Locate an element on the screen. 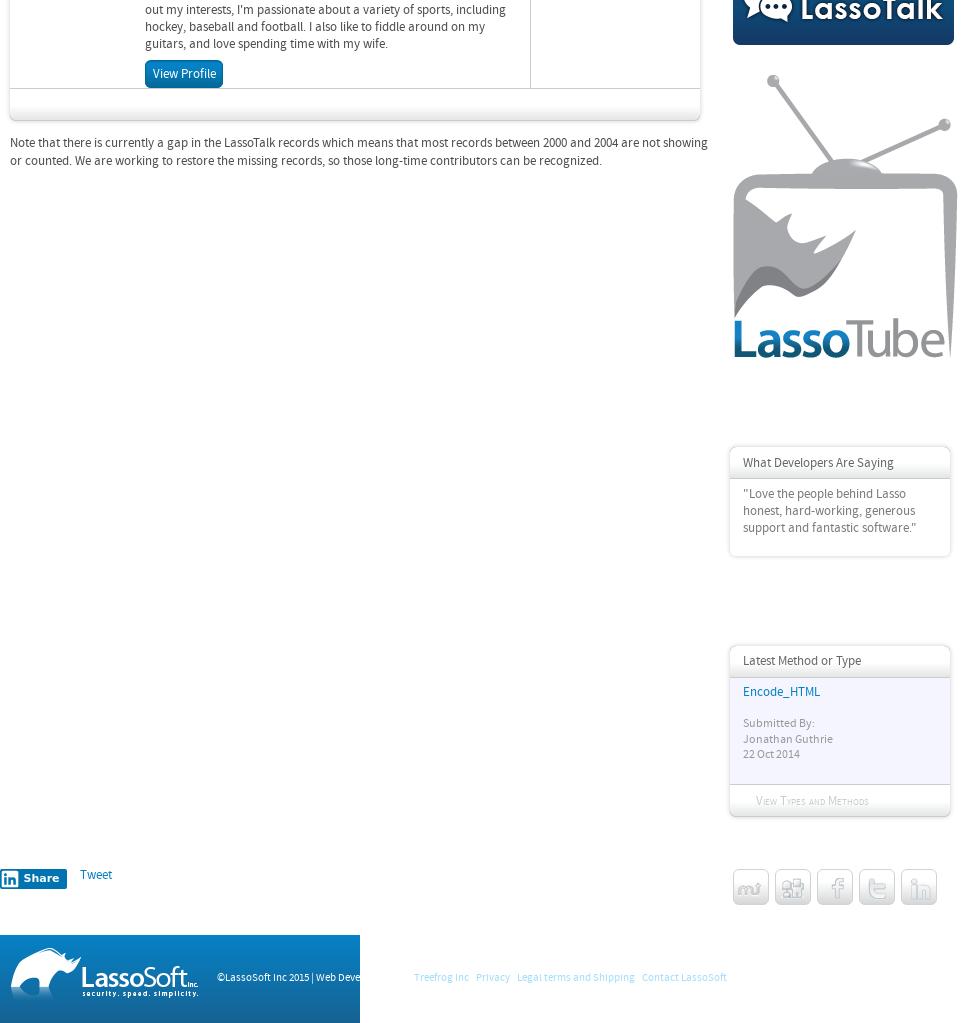 Image resolution: width=964 pixels, height=1023 pixels. 'Jonathan Guthrie' is located at coordinates (787, 738).